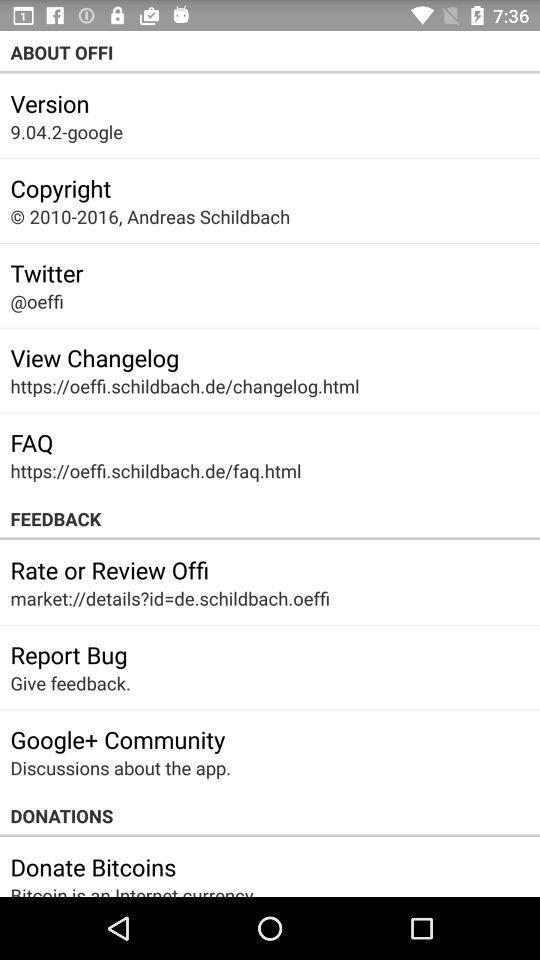  Describe the element at coordinates (68, 653) in the screenshot. I see `the report bug icon` at that location.